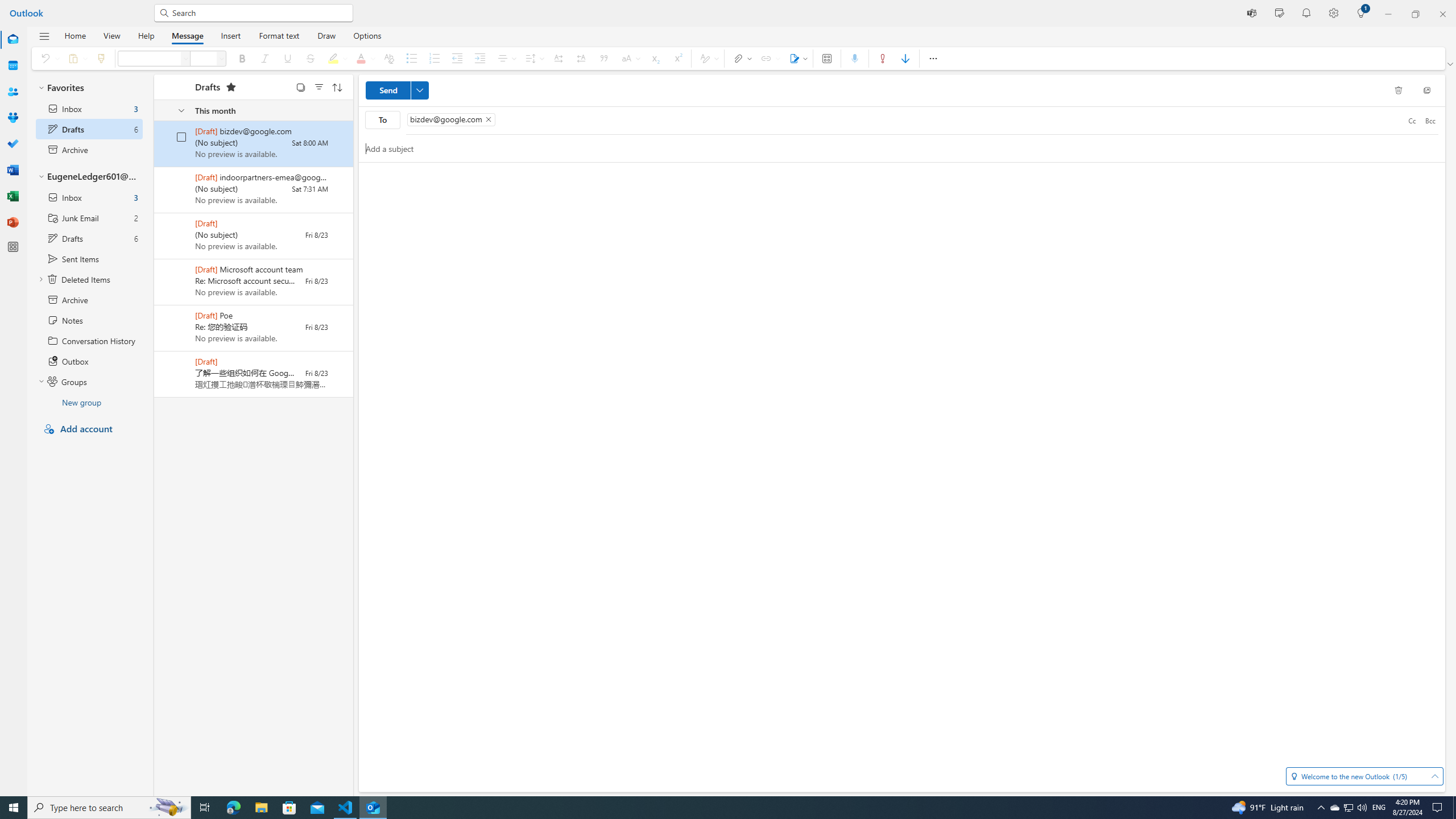 This screenshot has height=819, width=1456. What do you see at coordinates (533, 58) in the screenshot?
I see `'Spacing'` at bounding box center [533, 58].